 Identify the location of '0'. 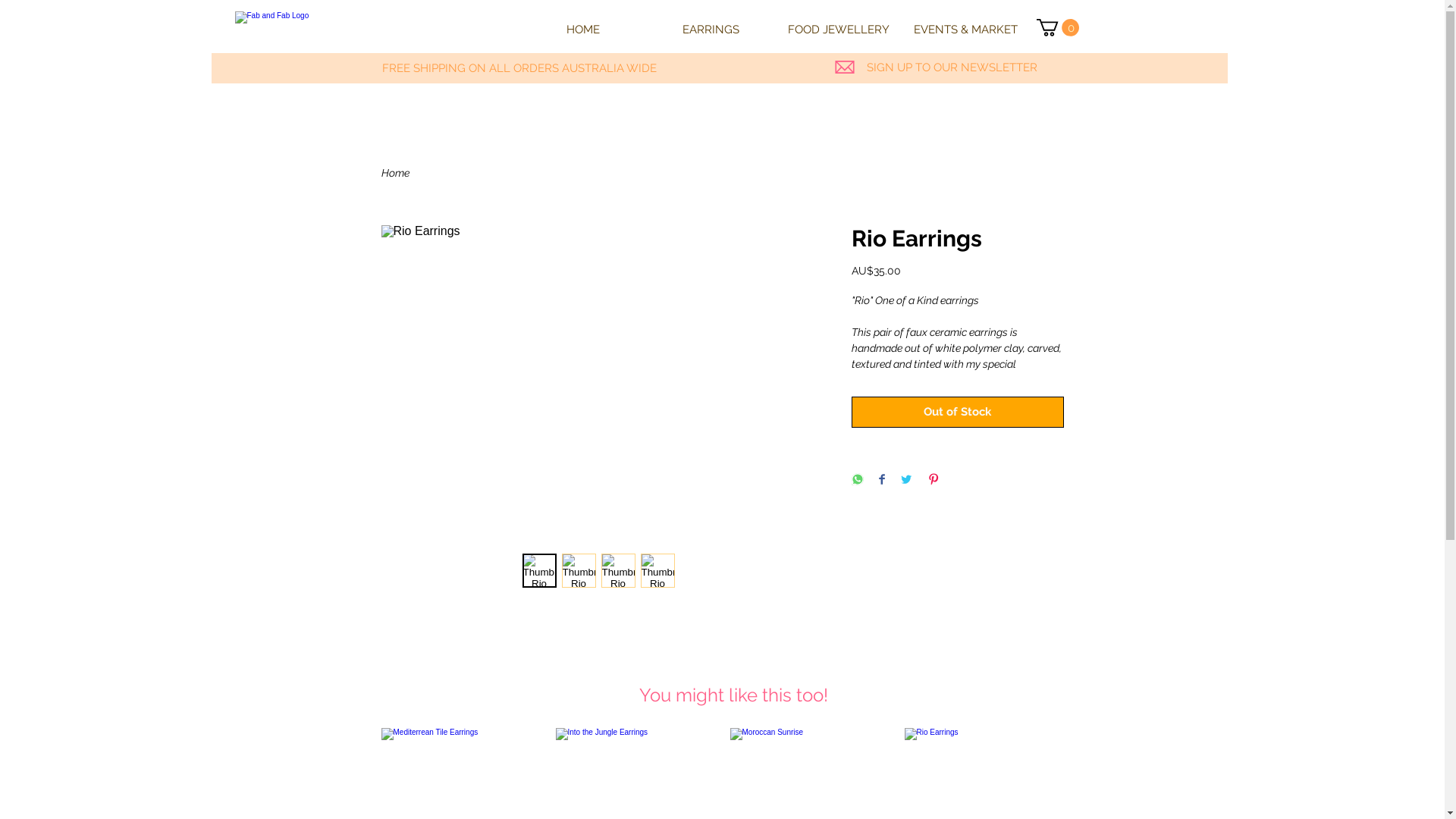
(1056, 27).